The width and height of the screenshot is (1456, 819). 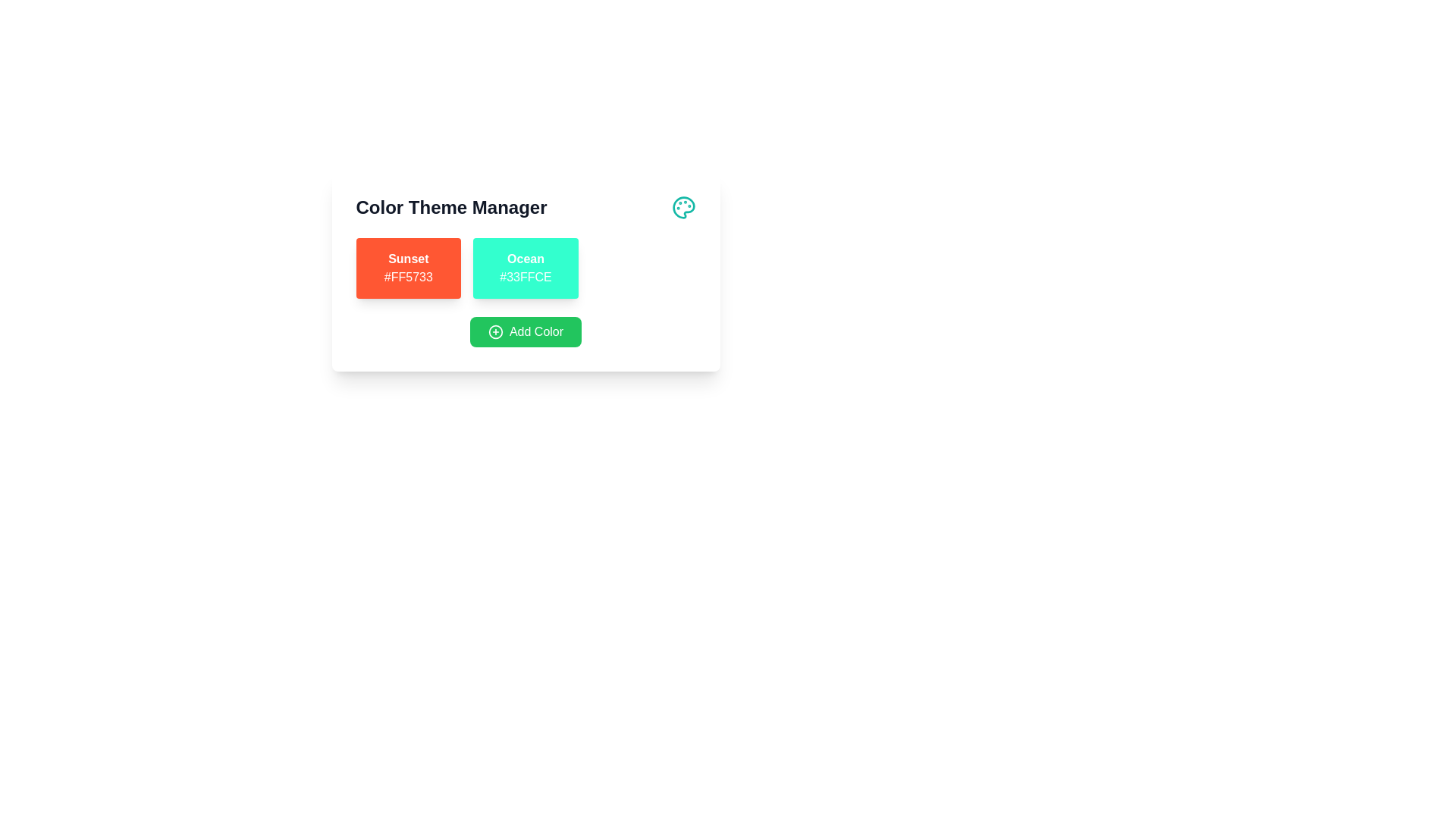 I want to click on the decorative circular icon element that is part of the 'Add Color' button, located below the 'Sunset' and 'Ocean' color rectangles in the 'Color Theme Manager' card, so click(x=495, y=331).